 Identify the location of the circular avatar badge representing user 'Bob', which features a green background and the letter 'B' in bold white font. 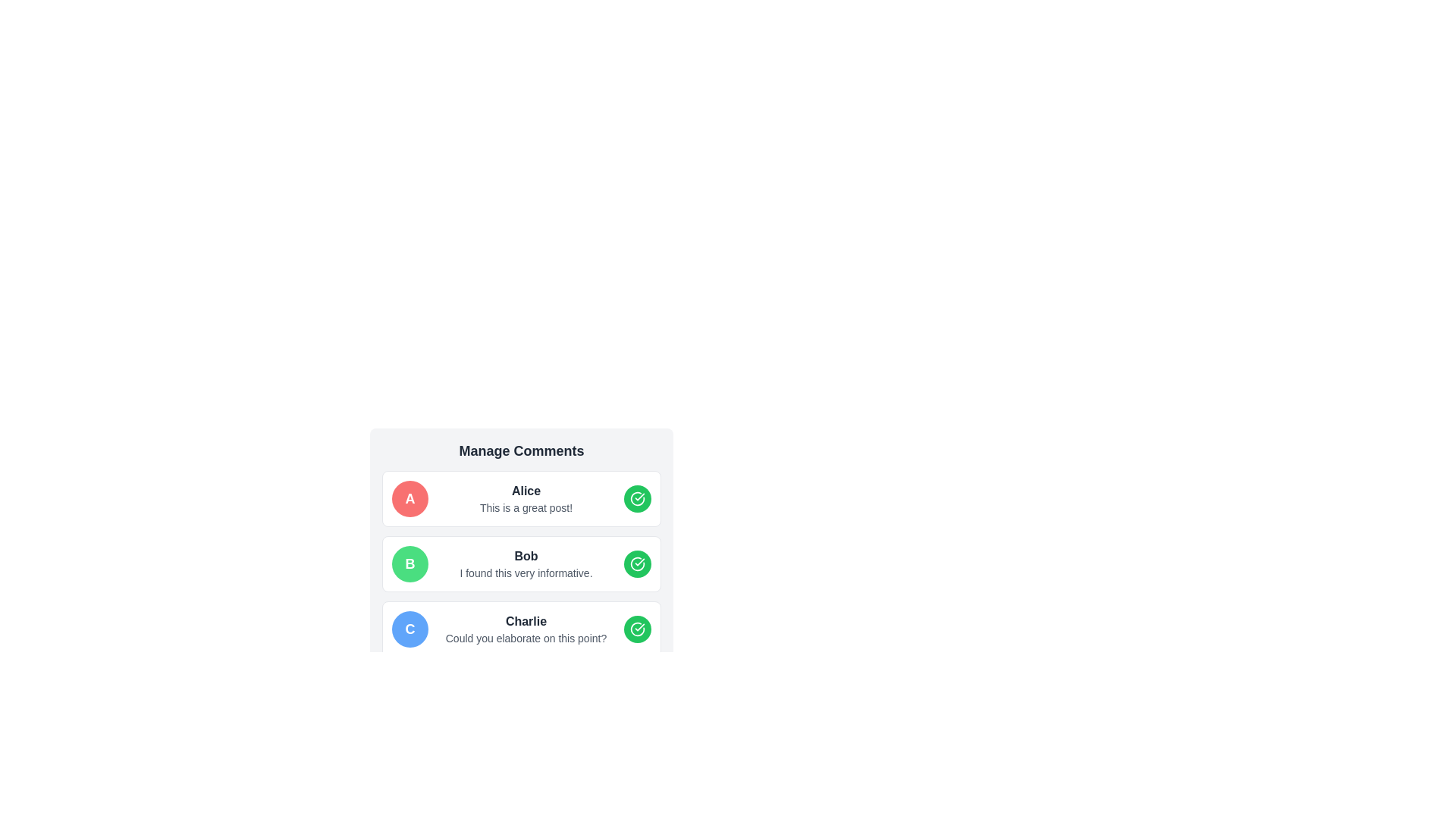
(410, 564).